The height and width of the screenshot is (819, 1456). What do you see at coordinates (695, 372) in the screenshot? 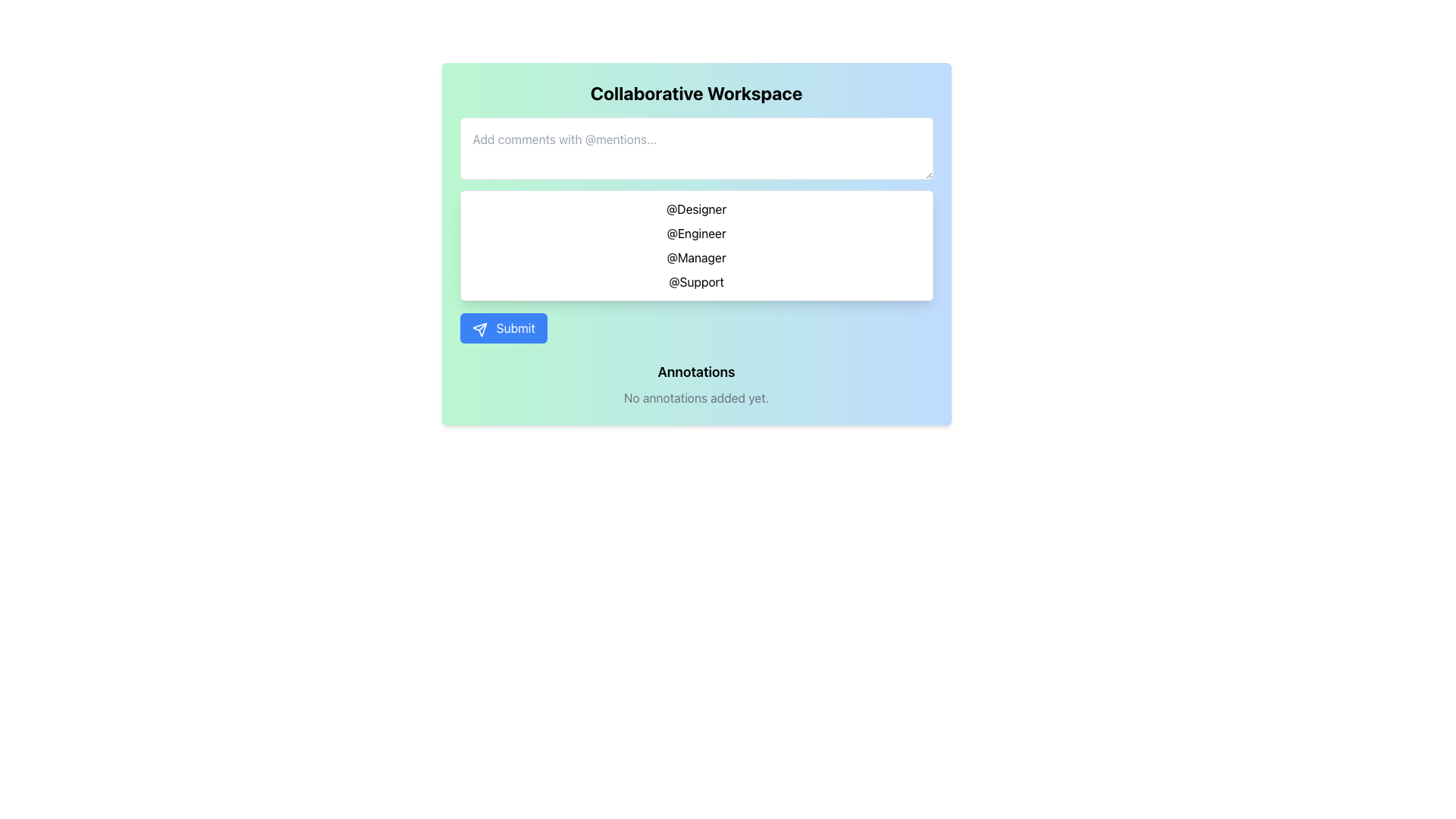
I see `text label that serves as a section heading, positioned above the phrase 'No annotations added yet.' and below the blue 'Submit' button` at bounding box center [695, 372].